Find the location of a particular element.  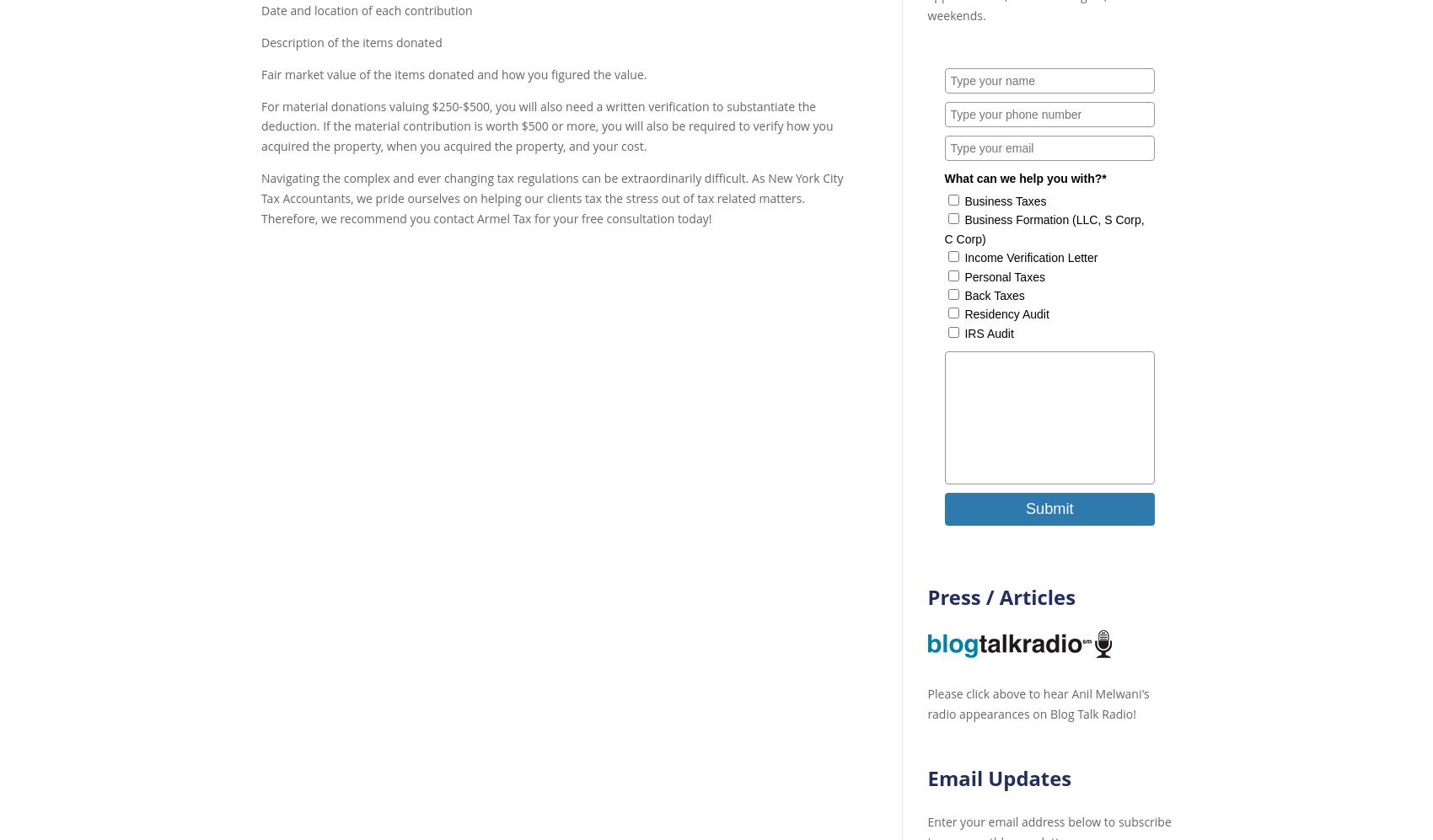

'Press / Articles' is located at coordinates (1000, 595).